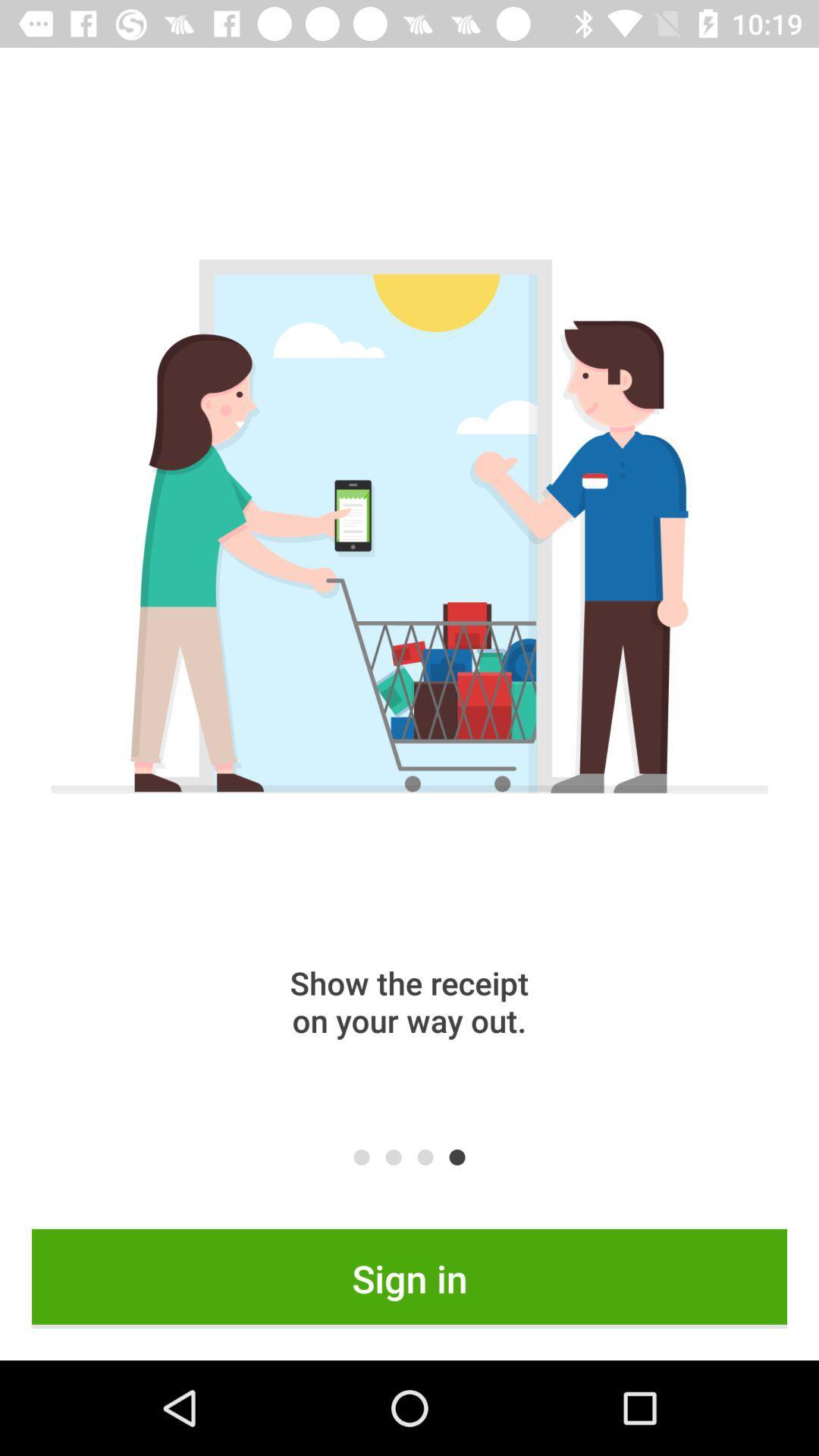 The image size is (819, 1456). What do you see at coordinates (409, 1278) in the screenshot?
I see `the sign in` at bounding box center [409, 1278].